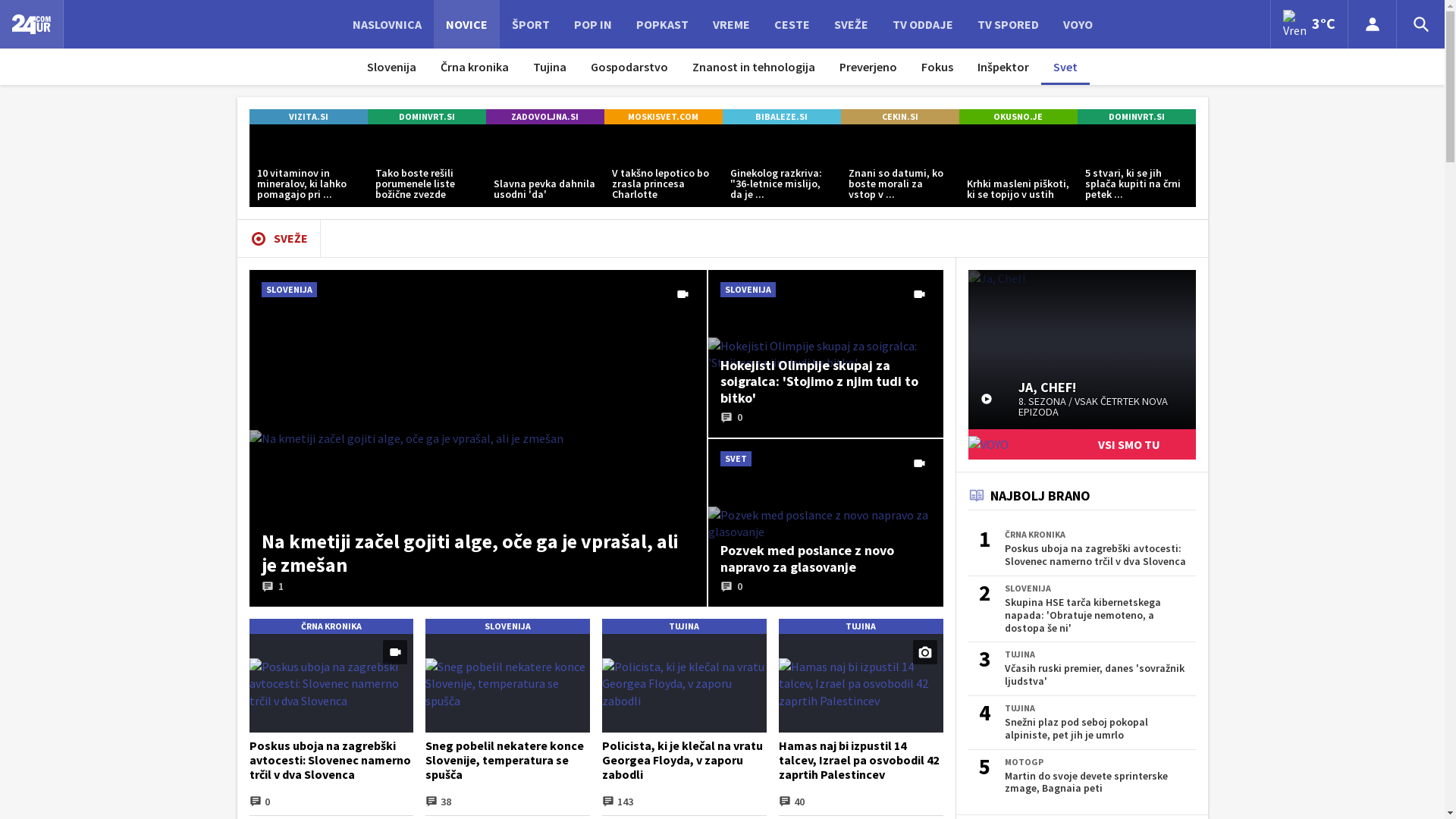  Describe the element at coordinates (921, 24) in the screenshot. I see `'TV ODDAJE'` at that location.